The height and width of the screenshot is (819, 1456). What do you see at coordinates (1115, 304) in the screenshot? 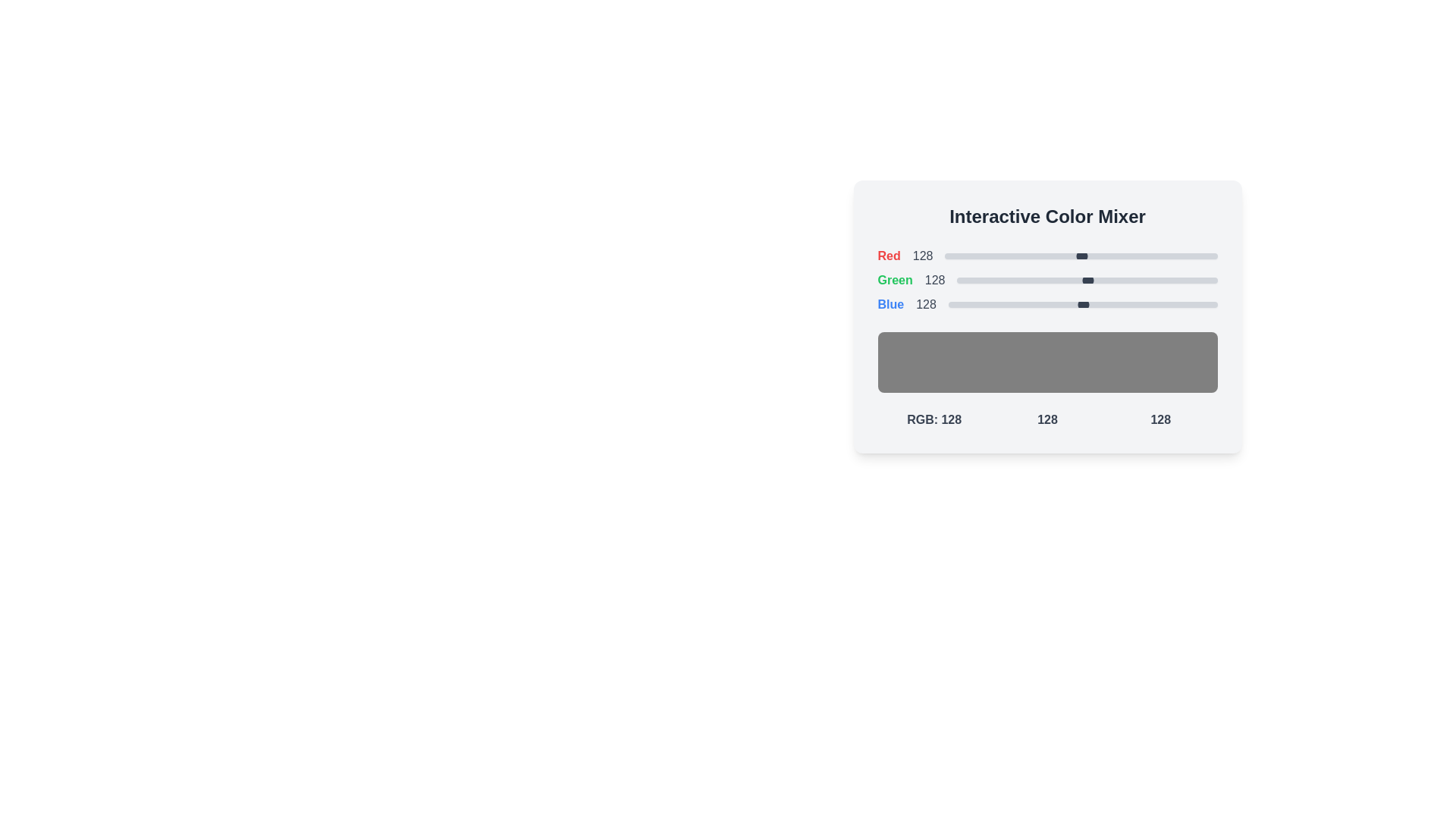
I see `the blue value` at bounding box center [1115, 304].